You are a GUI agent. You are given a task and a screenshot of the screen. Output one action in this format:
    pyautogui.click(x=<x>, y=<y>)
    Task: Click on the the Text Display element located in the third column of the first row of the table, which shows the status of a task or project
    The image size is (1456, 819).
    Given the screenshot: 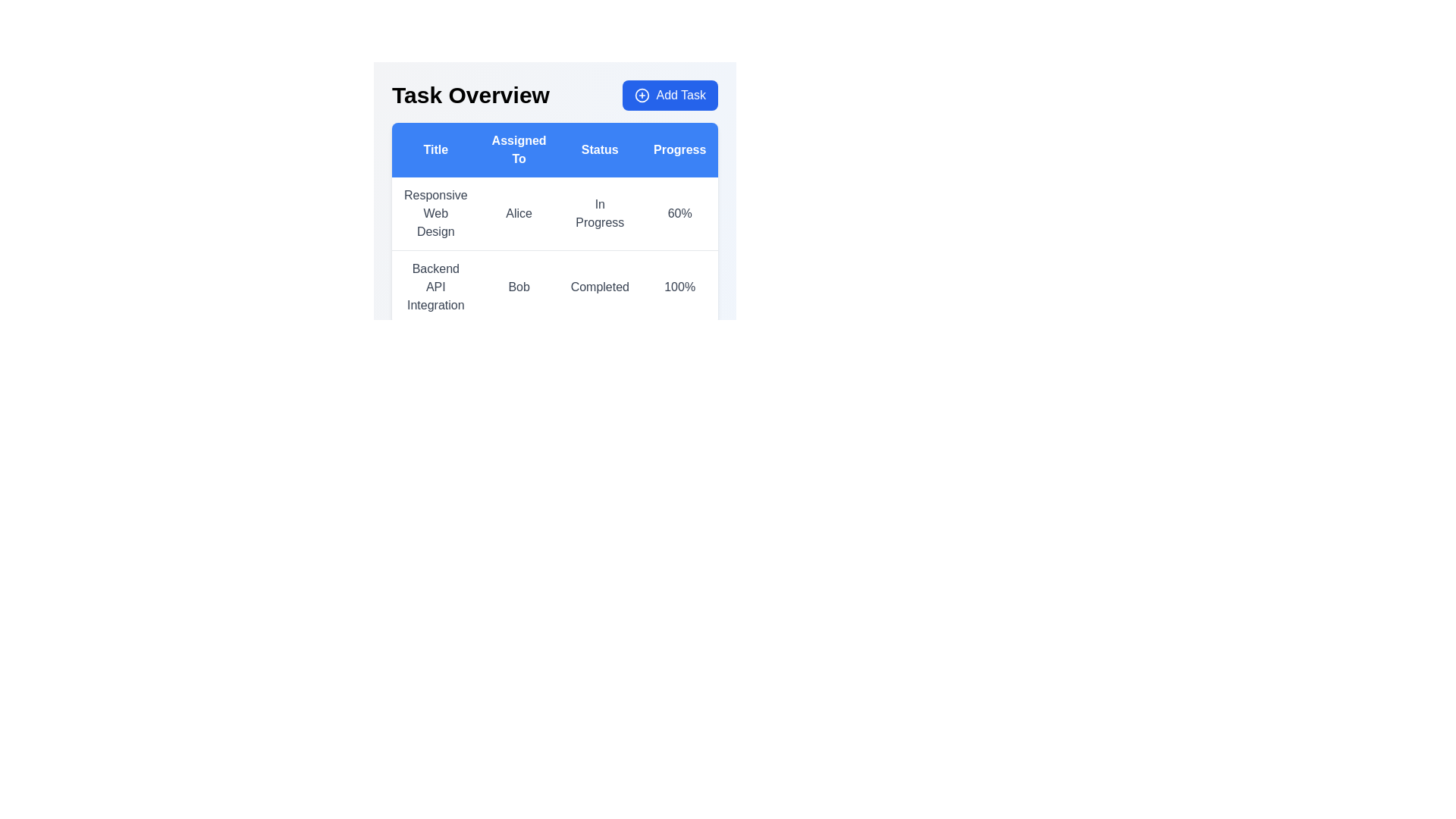 What is the action you would take?
    pyautogui.click(x=600, y=223)
    